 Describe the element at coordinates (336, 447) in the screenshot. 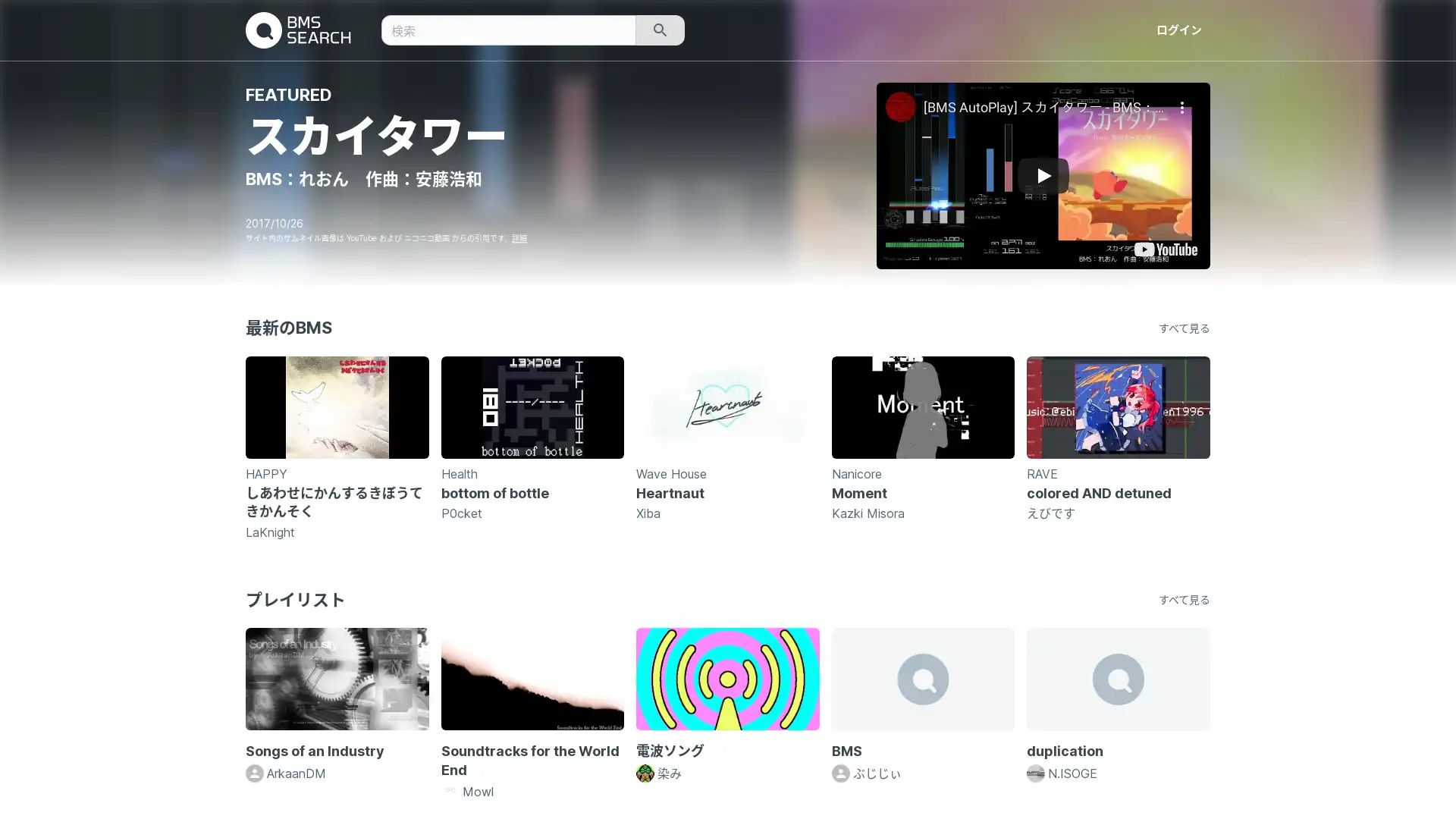

I see `HAPPY  LaKnight` at that location.